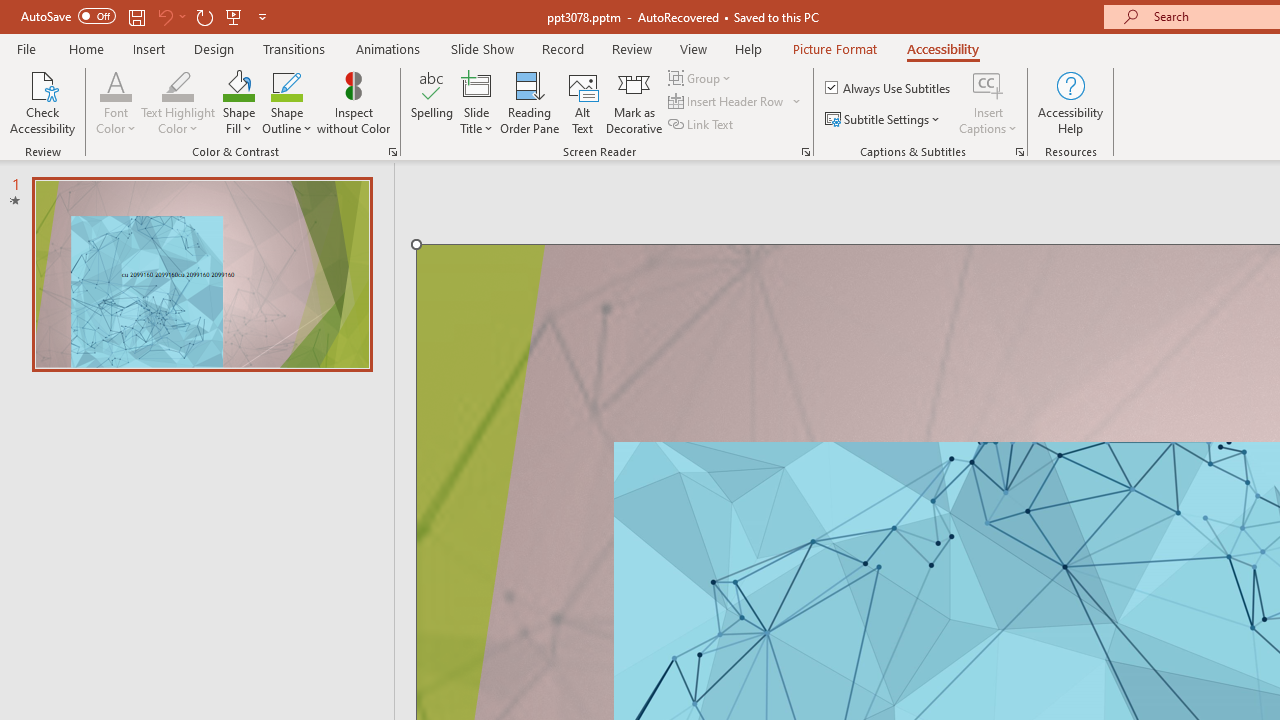 The image size is (1280, 720). I want to click on 'Picture Format', so click(835, 48).